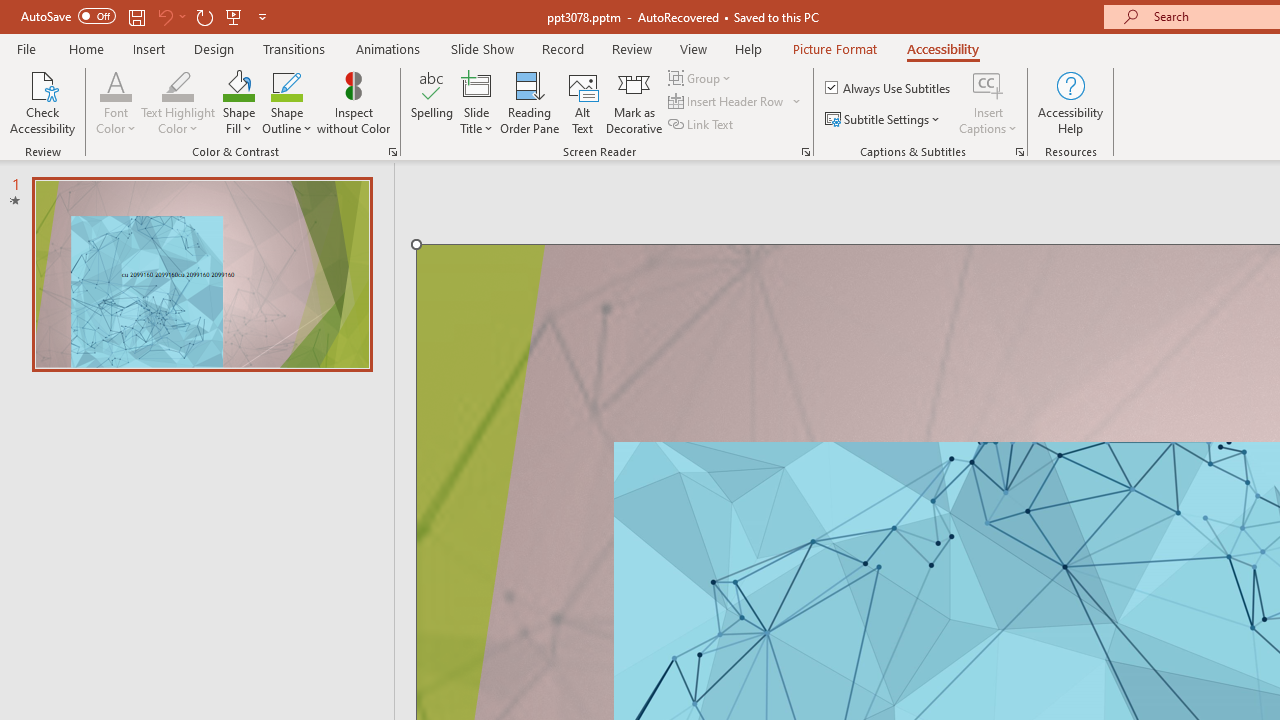 The image size is (1280, 720). I want to click on 'Picture Format', so click(835, 48).